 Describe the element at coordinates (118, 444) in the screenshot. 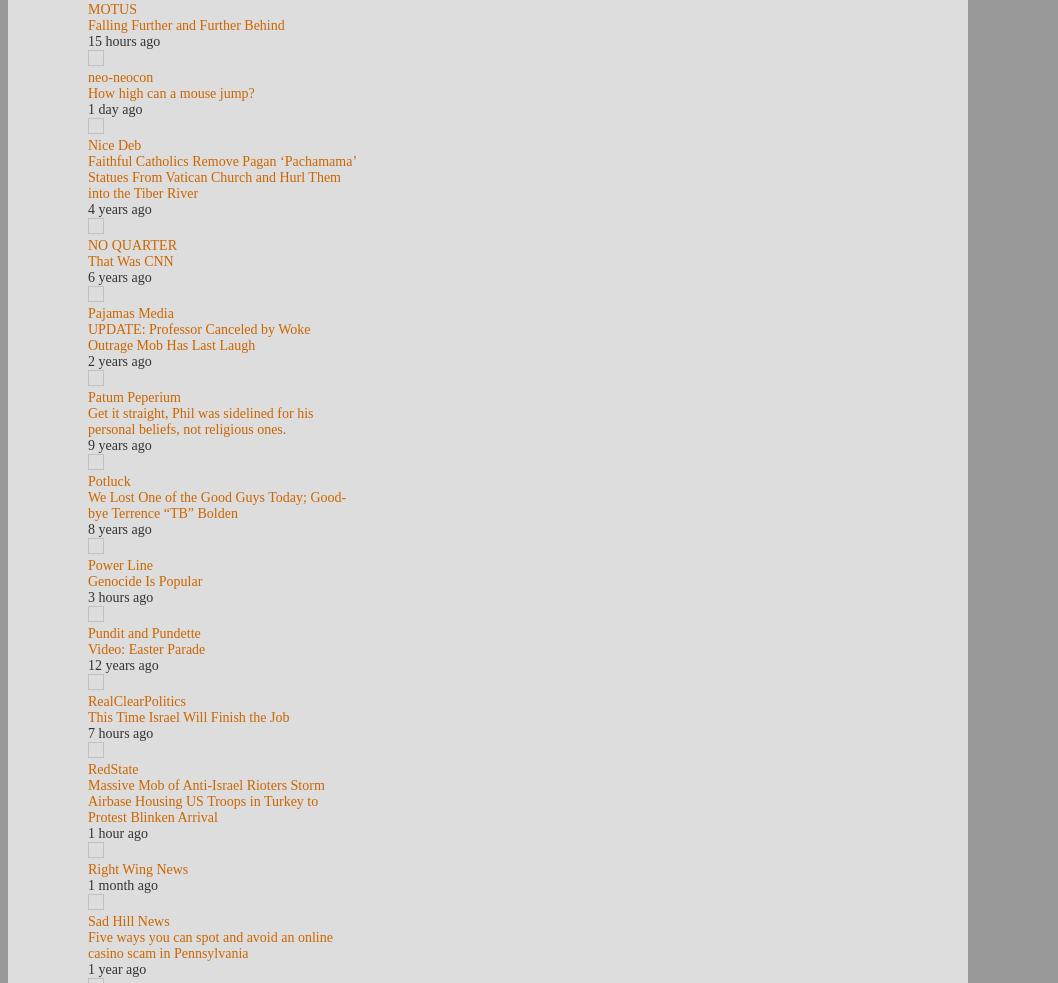

I see `'9 years ago'` at that location.